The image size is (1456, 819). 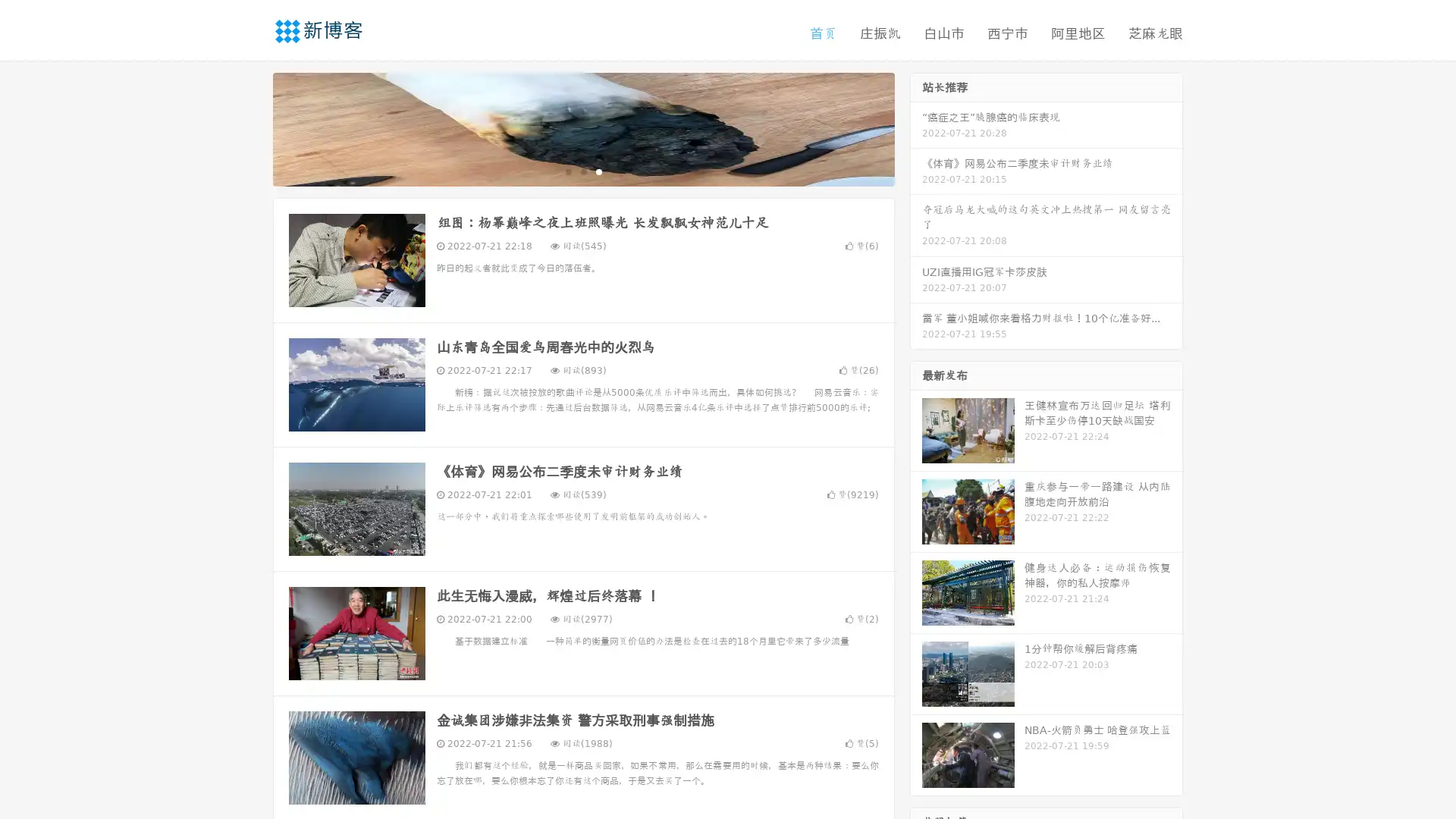 What do you see at coordinates (916, 127) in the screenshot?
I see `Next slide` at bounding box center [916, 127].